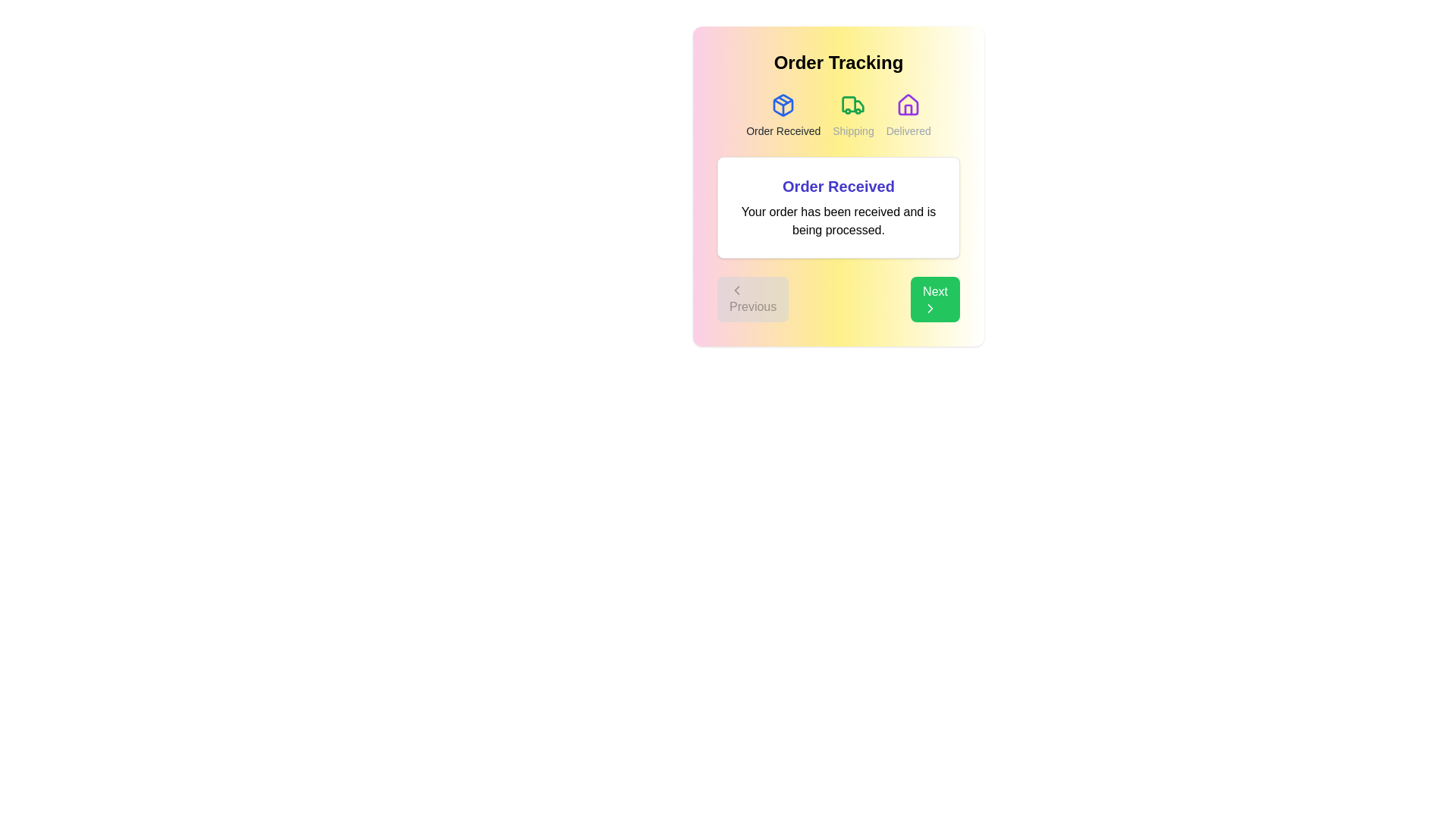 The width and height of the screenshot is (1456, 819). What do you see at coordinates (783, 104) in the screenshot?
I see `the icon for the Order Received step in the order tracking process` at bounding box center [783, 104].